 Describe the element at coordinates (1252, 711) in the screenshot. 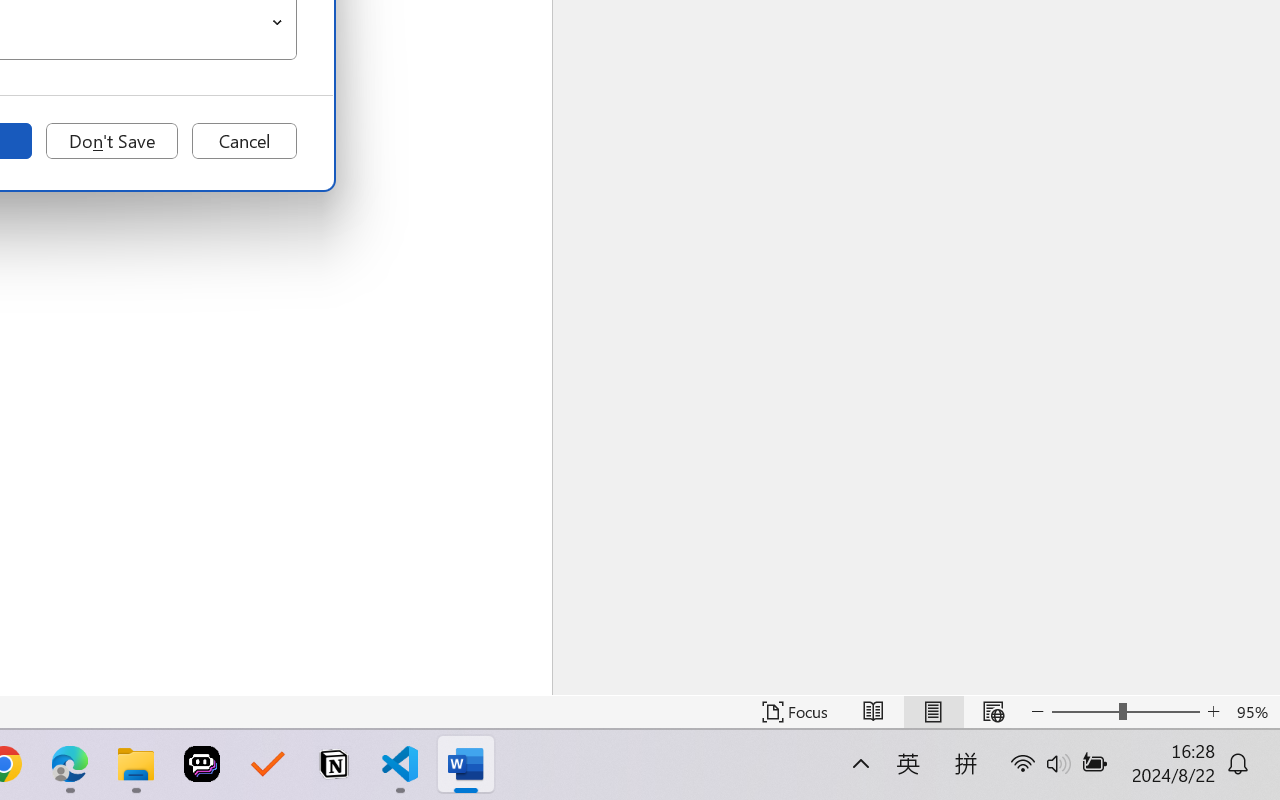

I see `'Zoom 95%'` at that location.